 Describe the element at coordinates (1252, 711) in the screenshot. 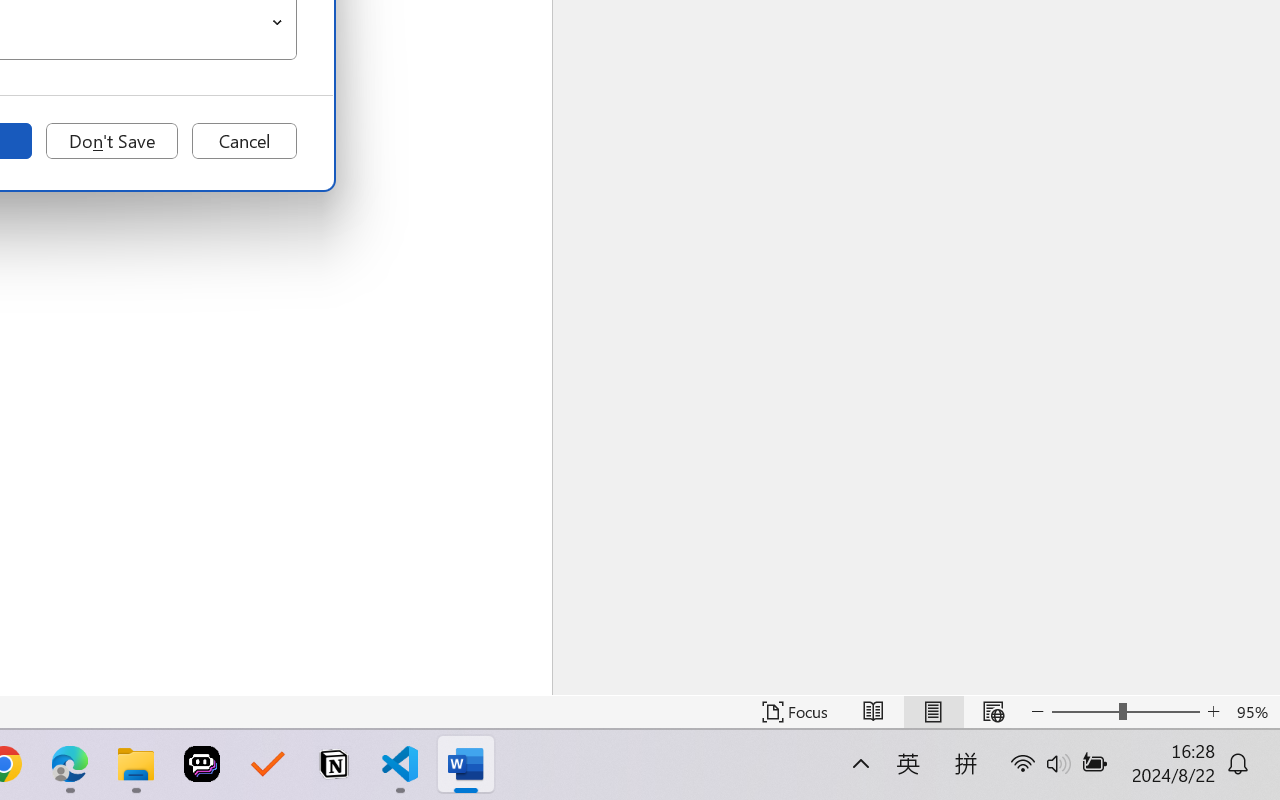

I see `'Zoom 95%'` at that location.